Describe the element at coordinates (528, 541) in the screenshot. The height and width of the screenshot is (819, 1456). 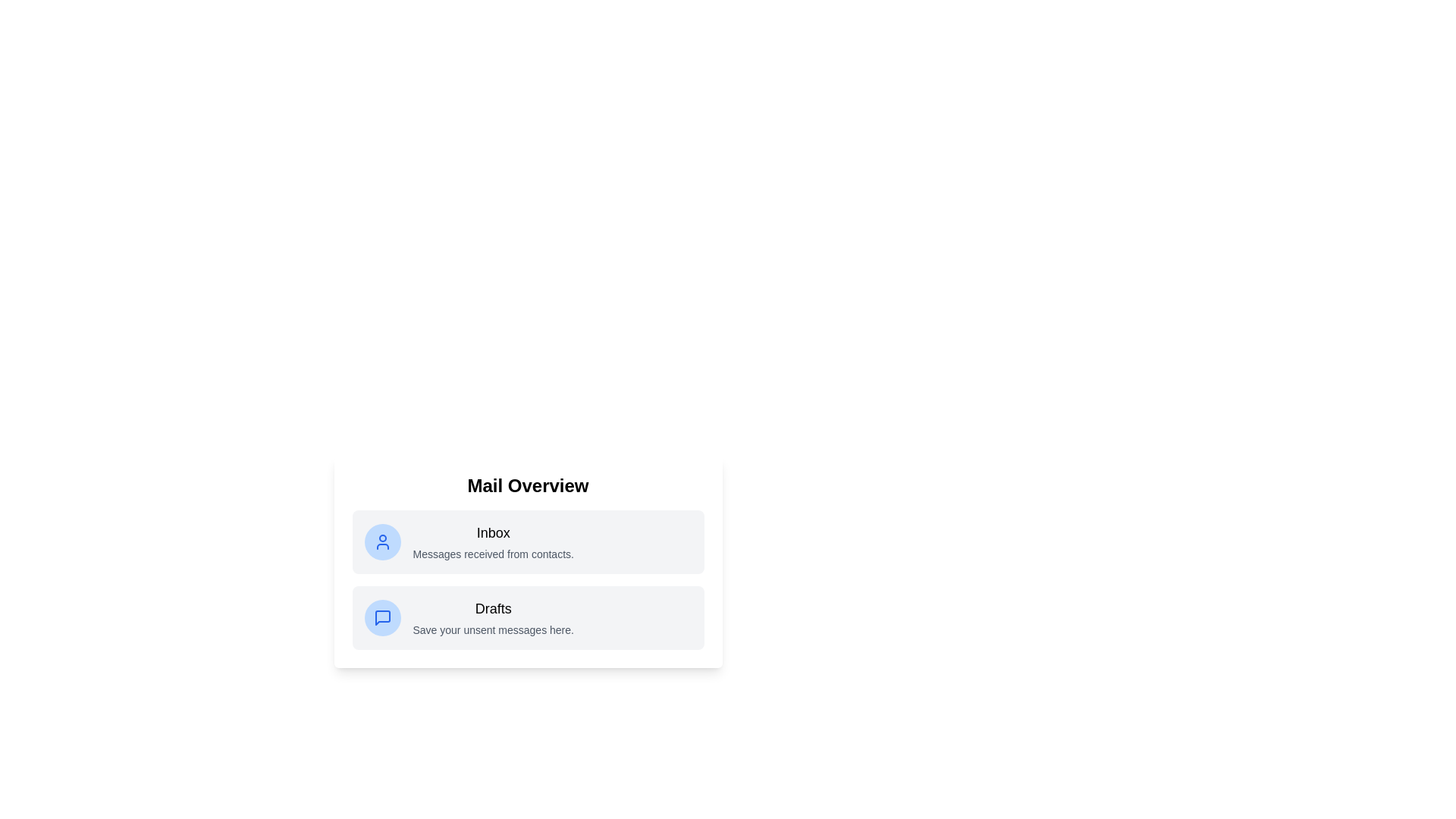
I see `the list item corresponding to Inbox to select it` at that location.